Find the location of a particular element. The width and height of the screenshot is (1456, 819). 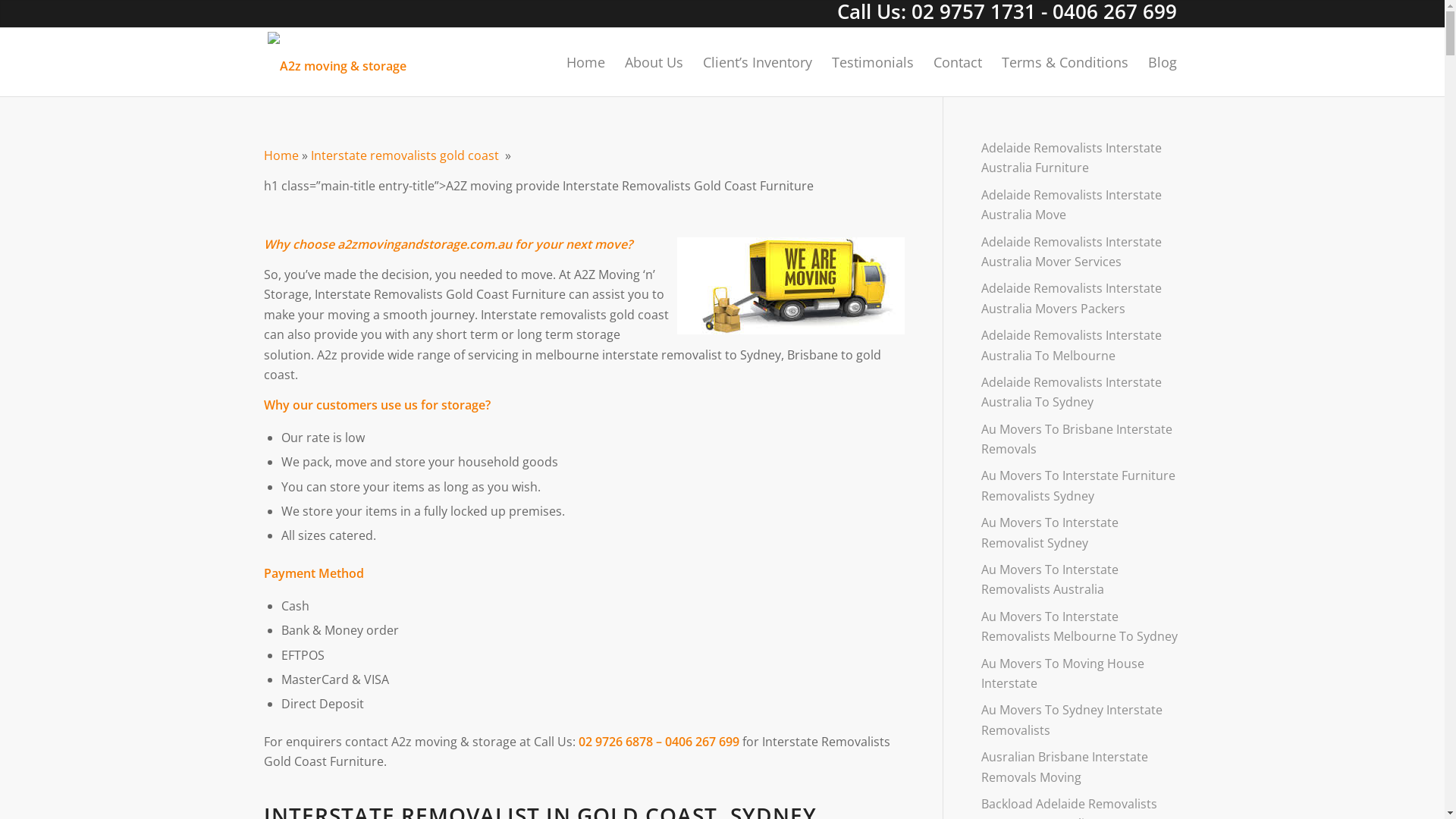

'Testimonials' is located at coordinates (873, 61).